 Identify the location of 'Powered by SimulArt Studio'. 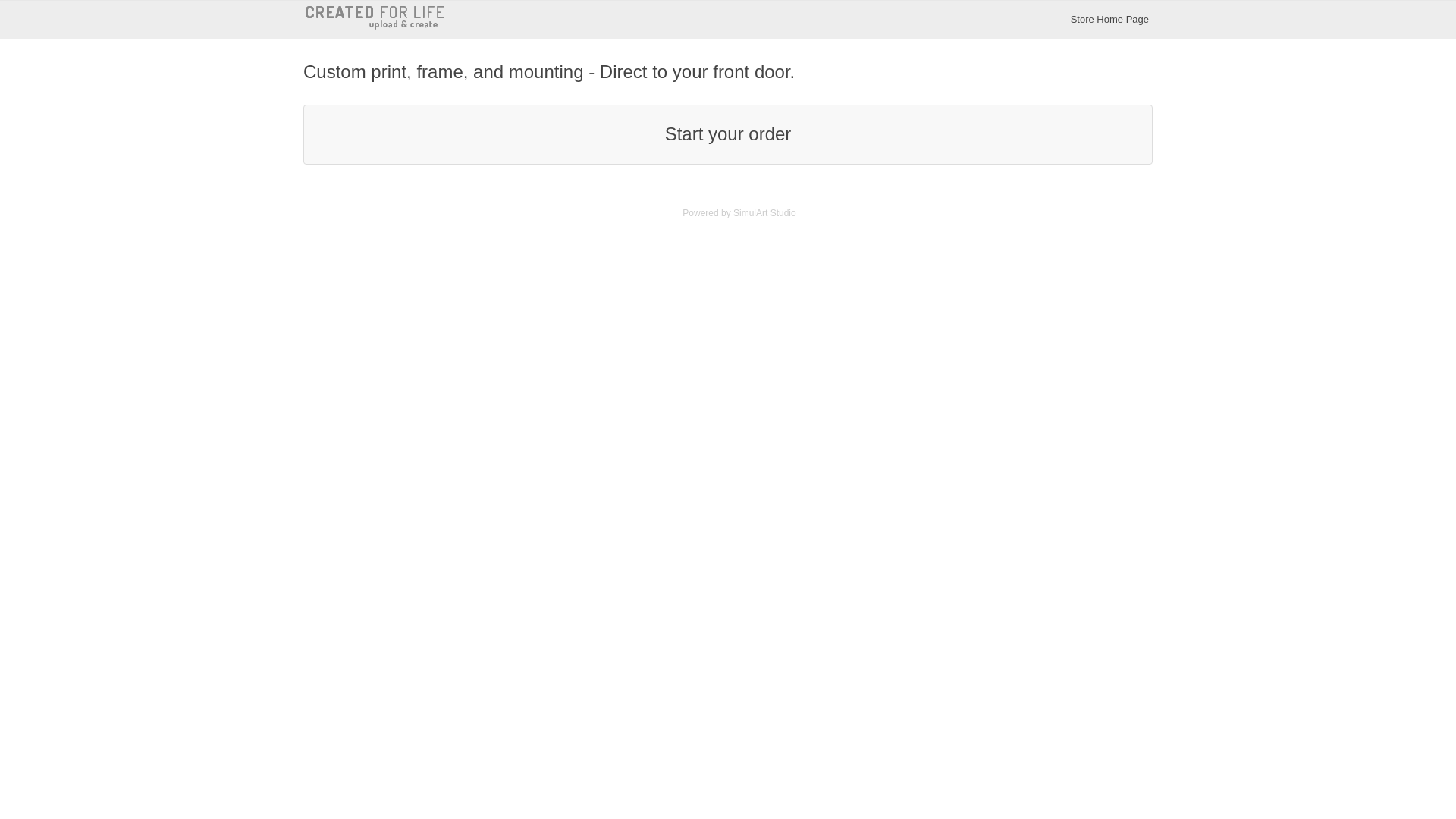
(739, 213).